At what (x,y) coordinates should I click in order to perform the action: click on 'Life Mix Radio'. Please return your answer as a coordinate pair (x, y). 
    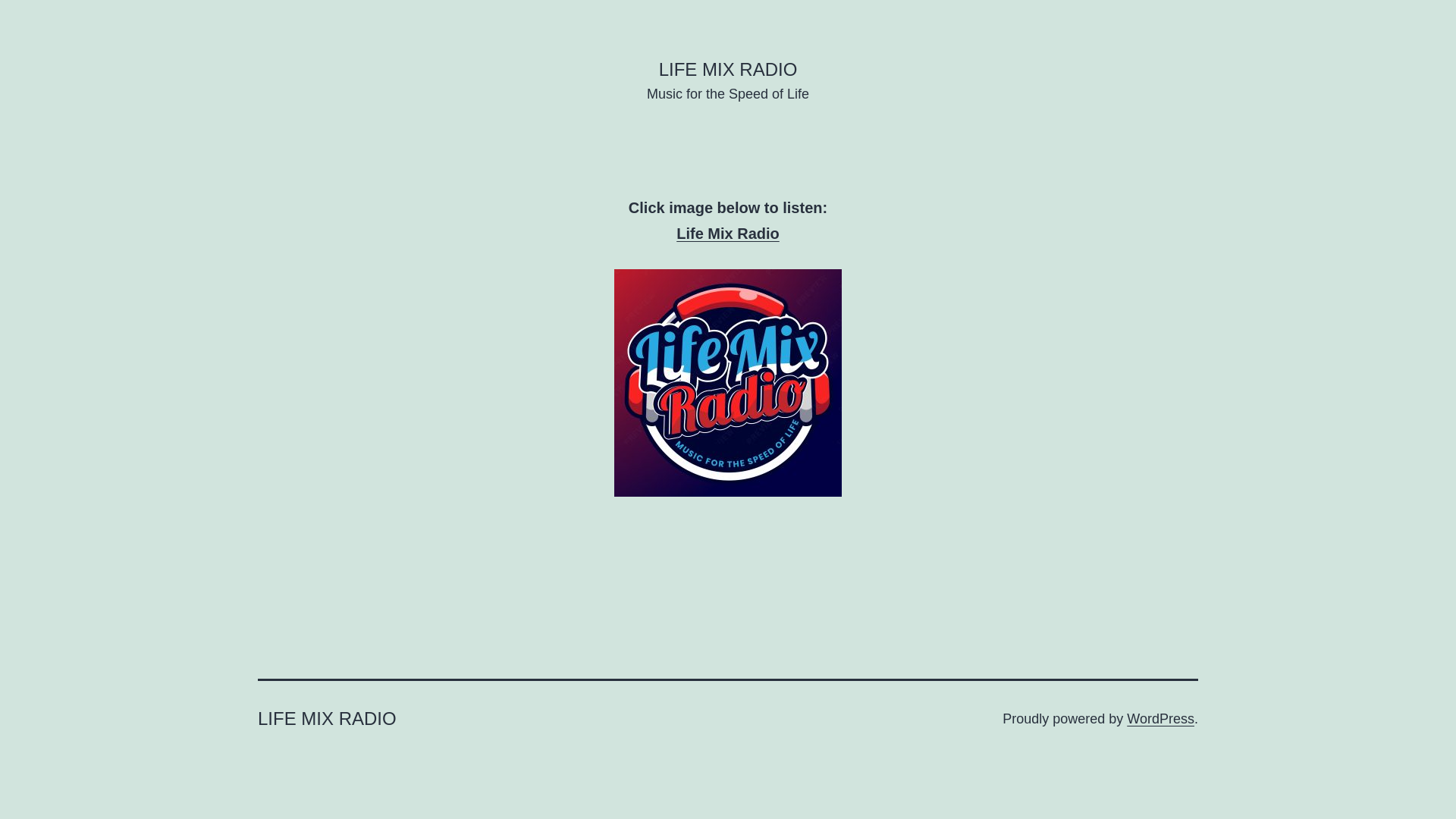
    Looking at the image, I should click on (728, 234).